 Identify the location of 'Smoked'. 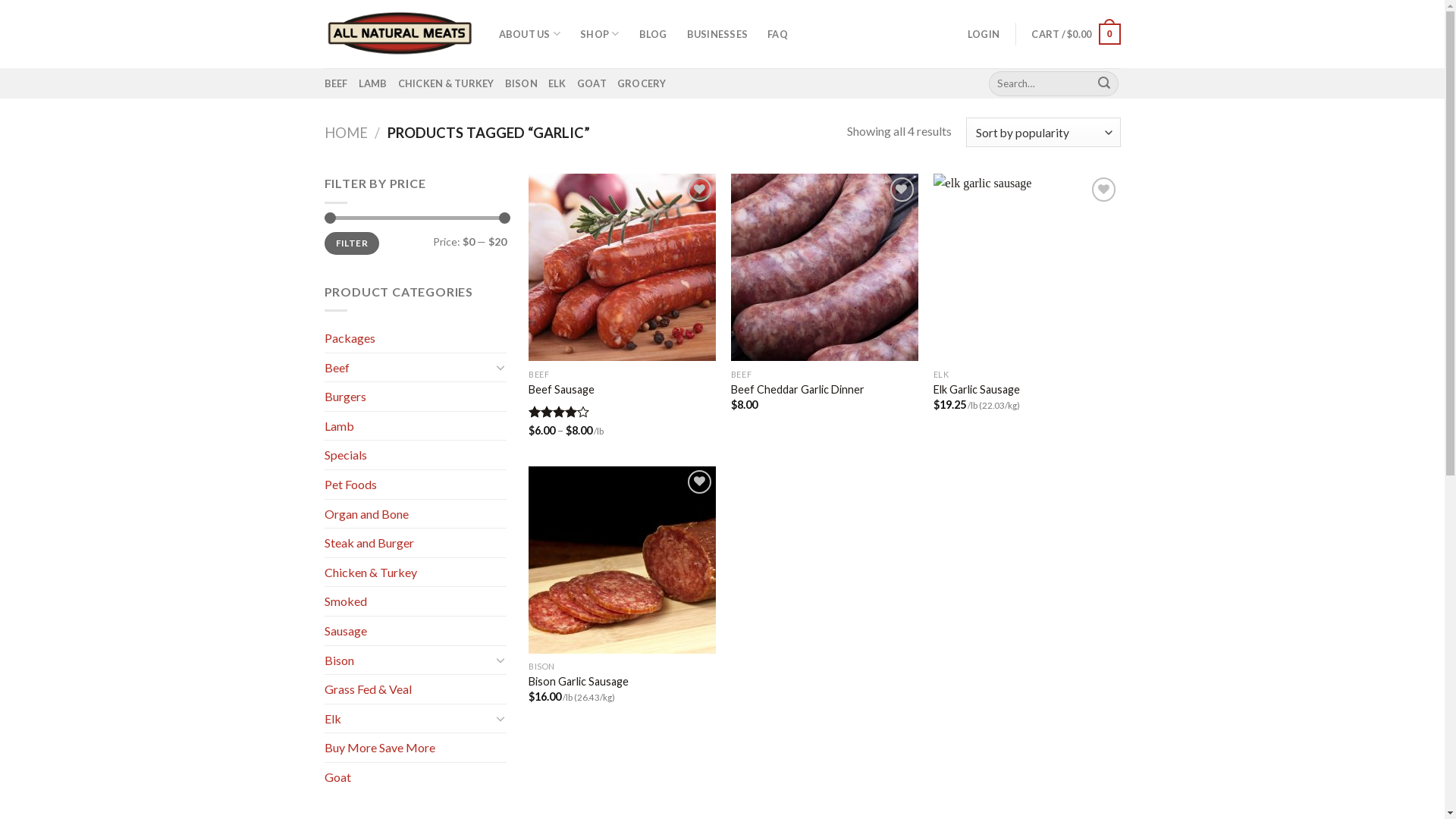
(415, 601).